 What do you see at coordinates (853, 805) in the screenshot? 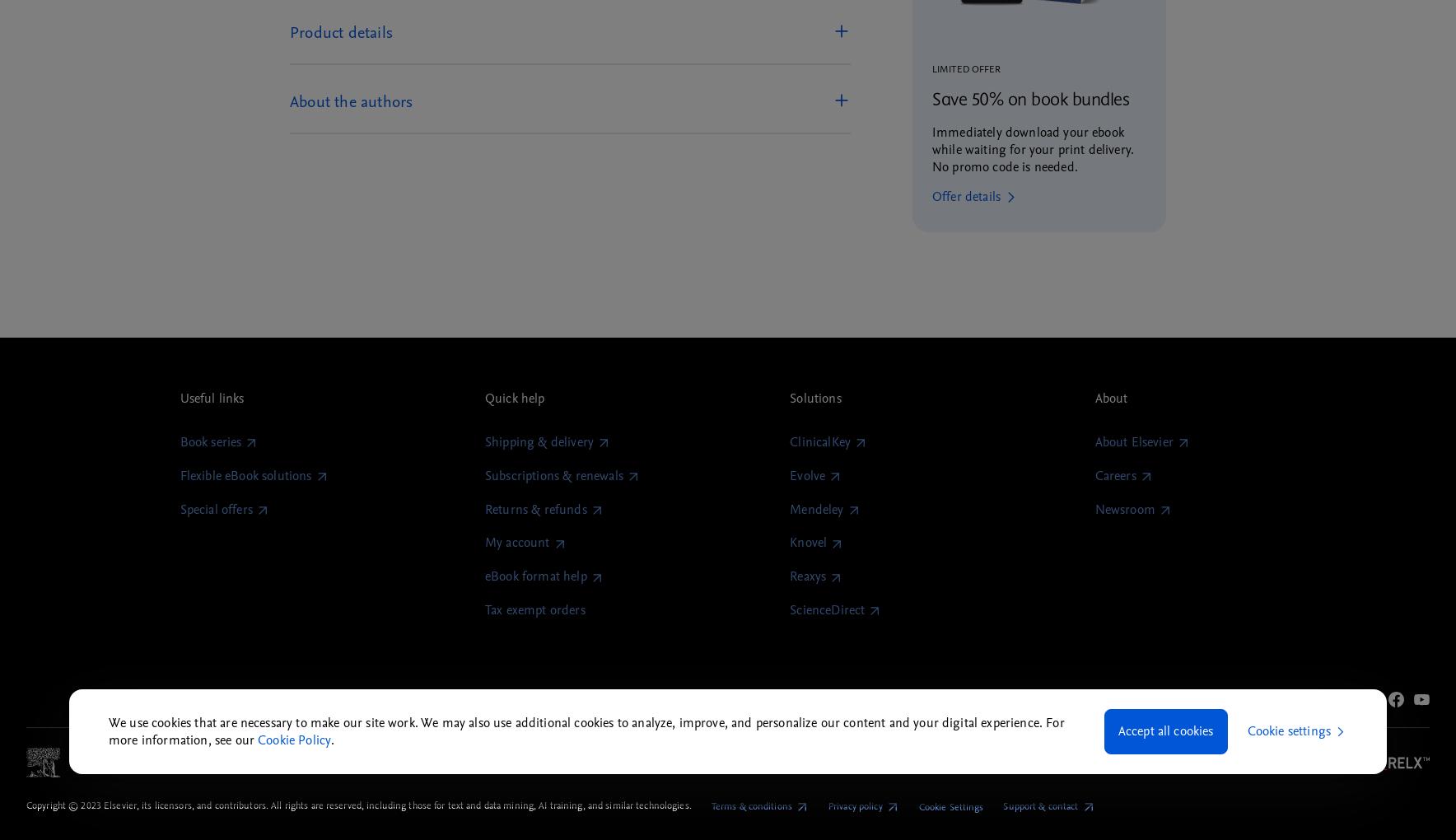
I see `'Privacy policy'` at bounding box center [853, 805].